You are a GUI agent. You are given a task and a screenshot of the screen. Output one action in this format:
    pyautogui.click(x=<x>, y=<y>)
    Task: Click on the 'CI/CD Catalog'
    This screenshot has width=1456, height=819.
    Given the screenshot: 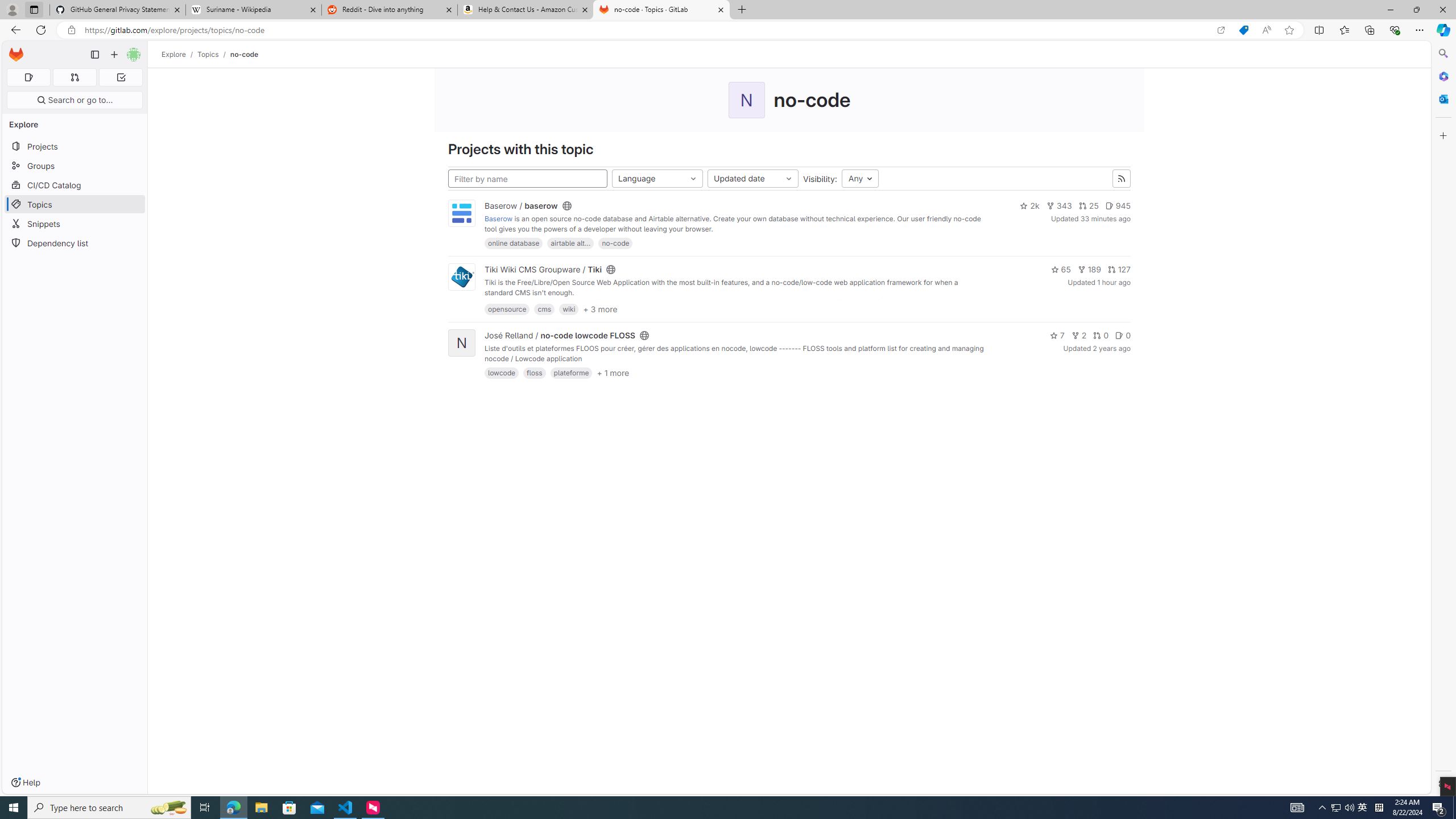 What is the action you would take?
    pyautogui.click(x=74, y=185)
    